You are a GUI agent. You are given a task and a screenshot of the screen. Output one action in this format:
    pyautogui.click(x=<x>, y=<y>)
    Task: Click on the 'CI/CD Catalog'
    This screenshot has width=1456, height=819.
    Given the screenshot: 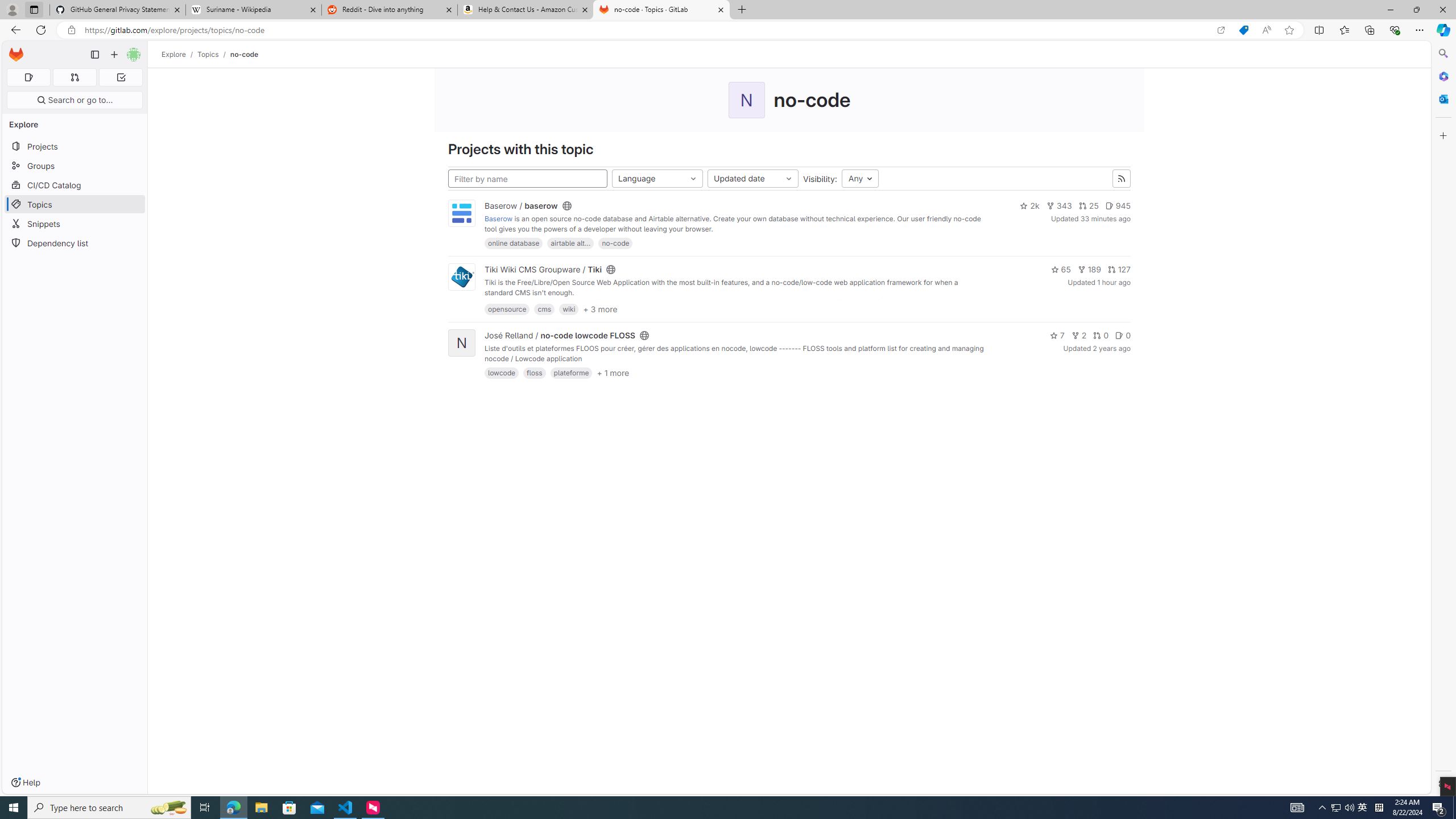 What is the action you would take?
    pyautogui.click(x=74, y=185)
    